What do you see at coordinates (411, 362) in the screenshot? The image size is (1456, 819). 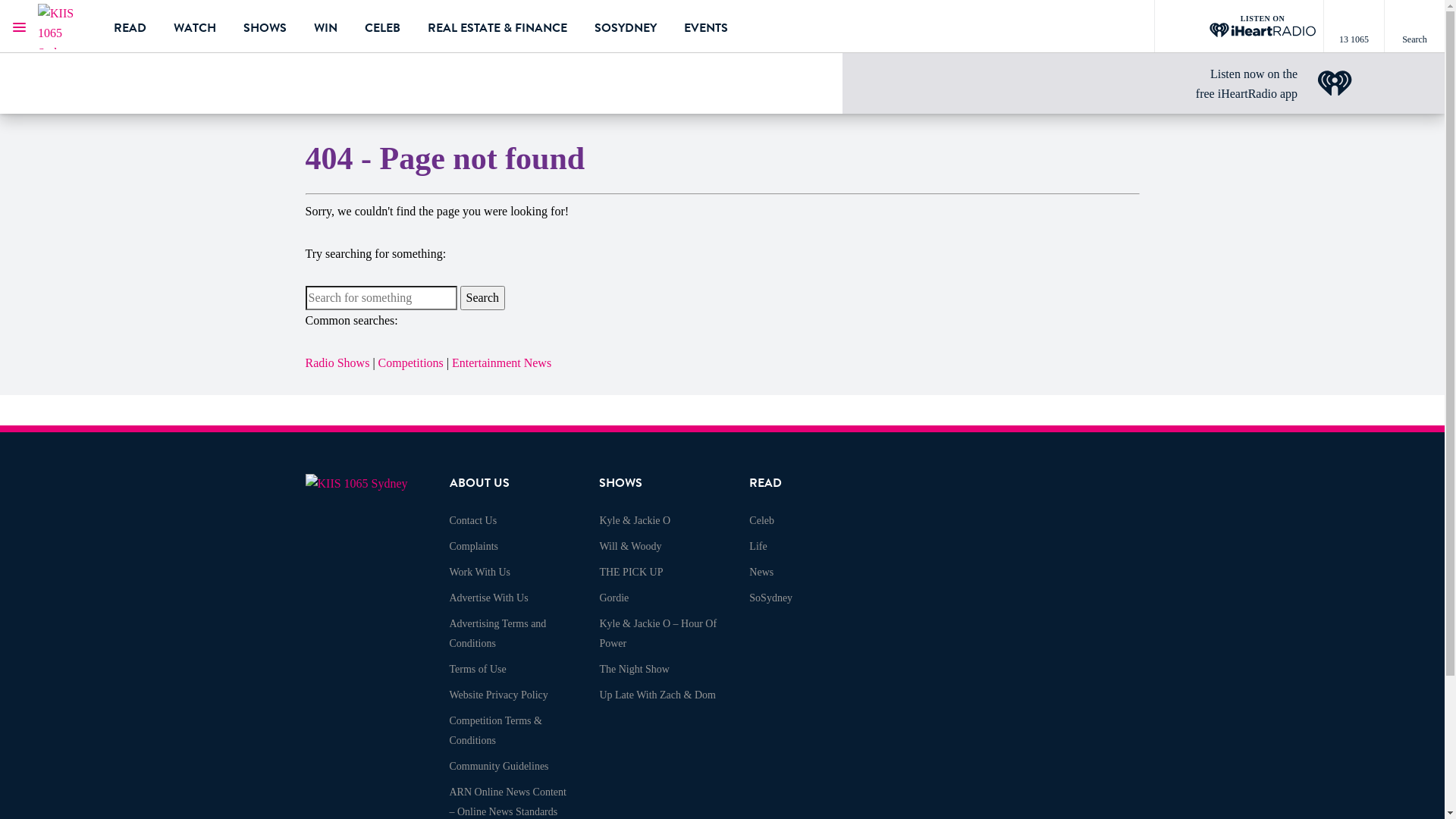 I see `'Competitions'` at bounding box center [411, 362].